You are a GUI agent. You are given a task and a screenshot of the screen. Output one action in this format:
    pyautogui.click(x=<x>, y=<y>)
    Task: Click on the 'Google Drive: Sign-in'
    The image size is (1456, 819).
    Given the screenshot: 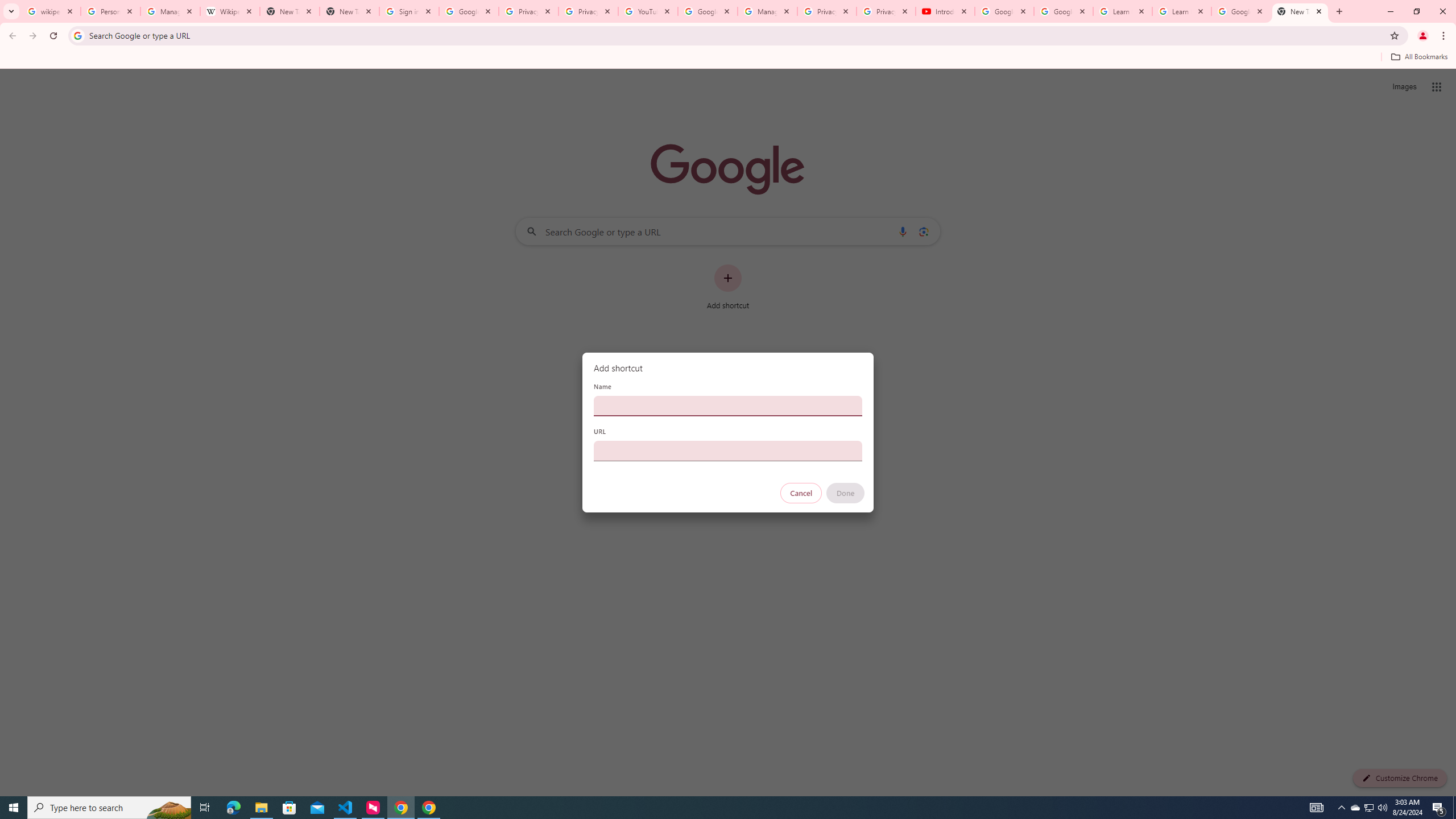 What is the action you would take?
    pyautogui.click(x=468, y=11)
    